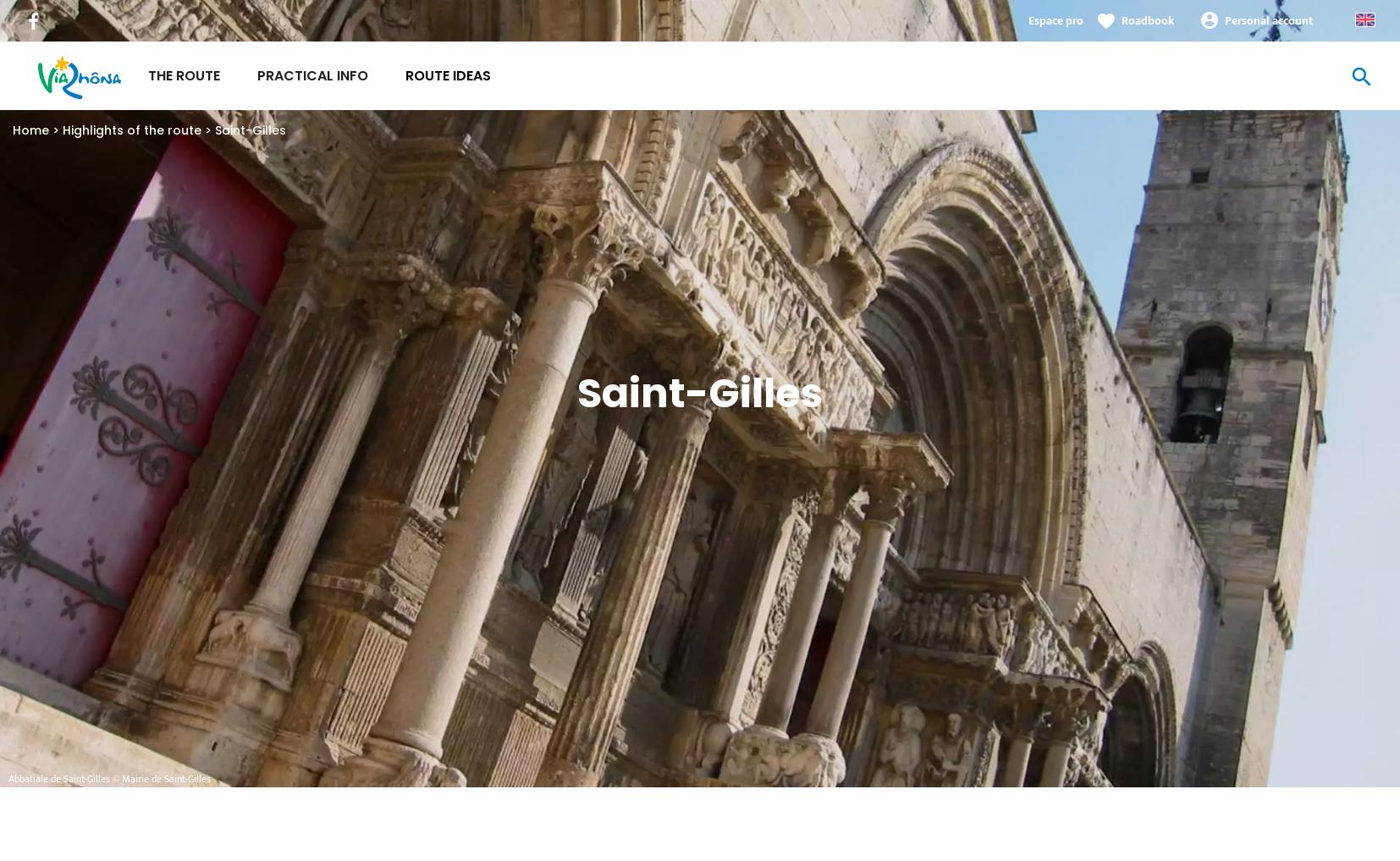 The image size is (1400, 861). Describe the element at coordinates (1028, 19) in the screenshot. I see `'Espace pro'` at that location.